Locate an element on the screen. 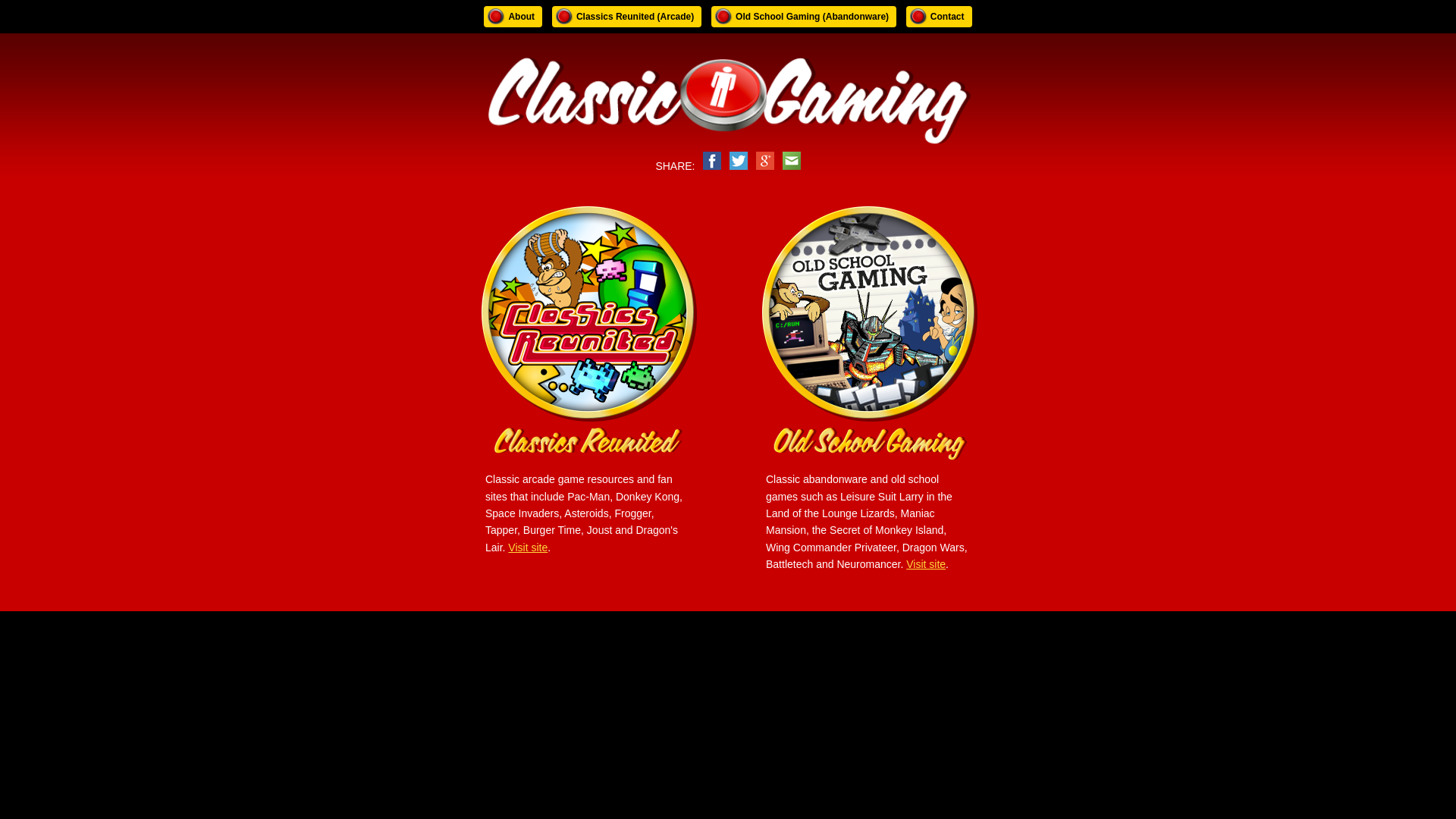 The height and width of the screenshot is (819, 1456). 'About' is located at coordinates (513, 17).